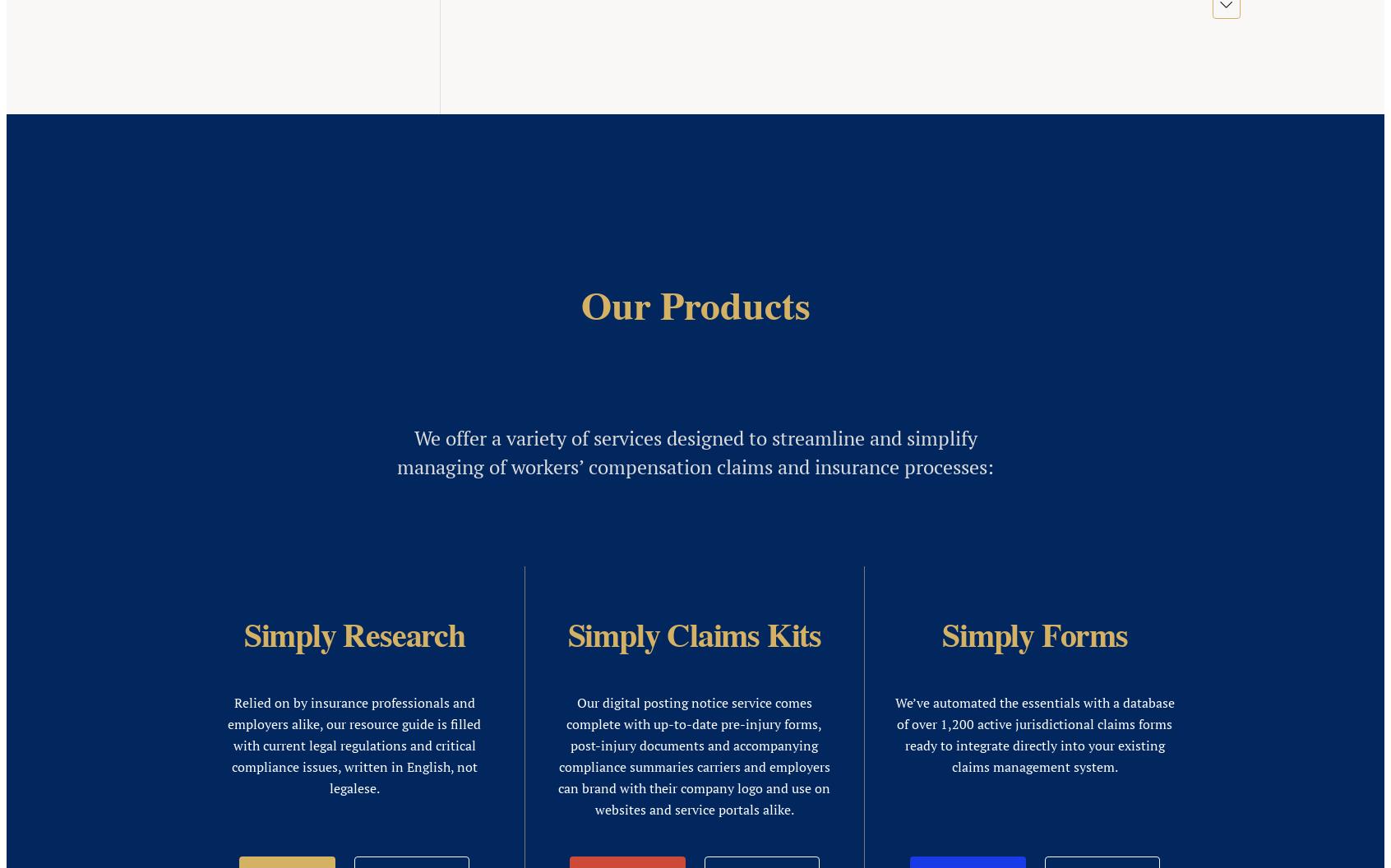  What do you see at coordinates (365, 372) in the screenshot?
I see `'Simply Research'` at bounding box center [365, 372].